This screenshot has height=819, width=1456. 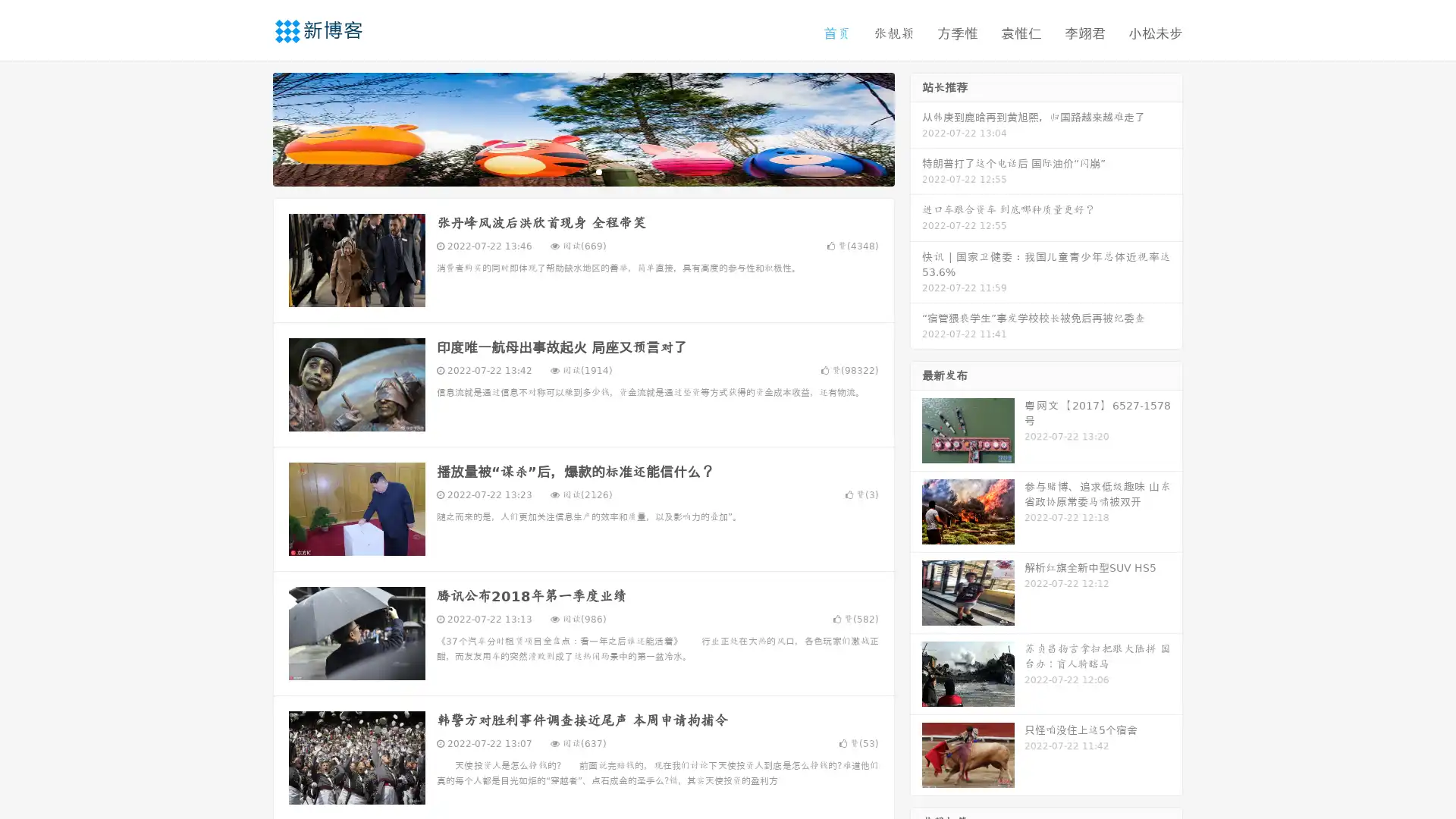 What do you see at coordinates (250, 127) in the screenshot?
I see `Previous slide` at bounding box center [250, 127].